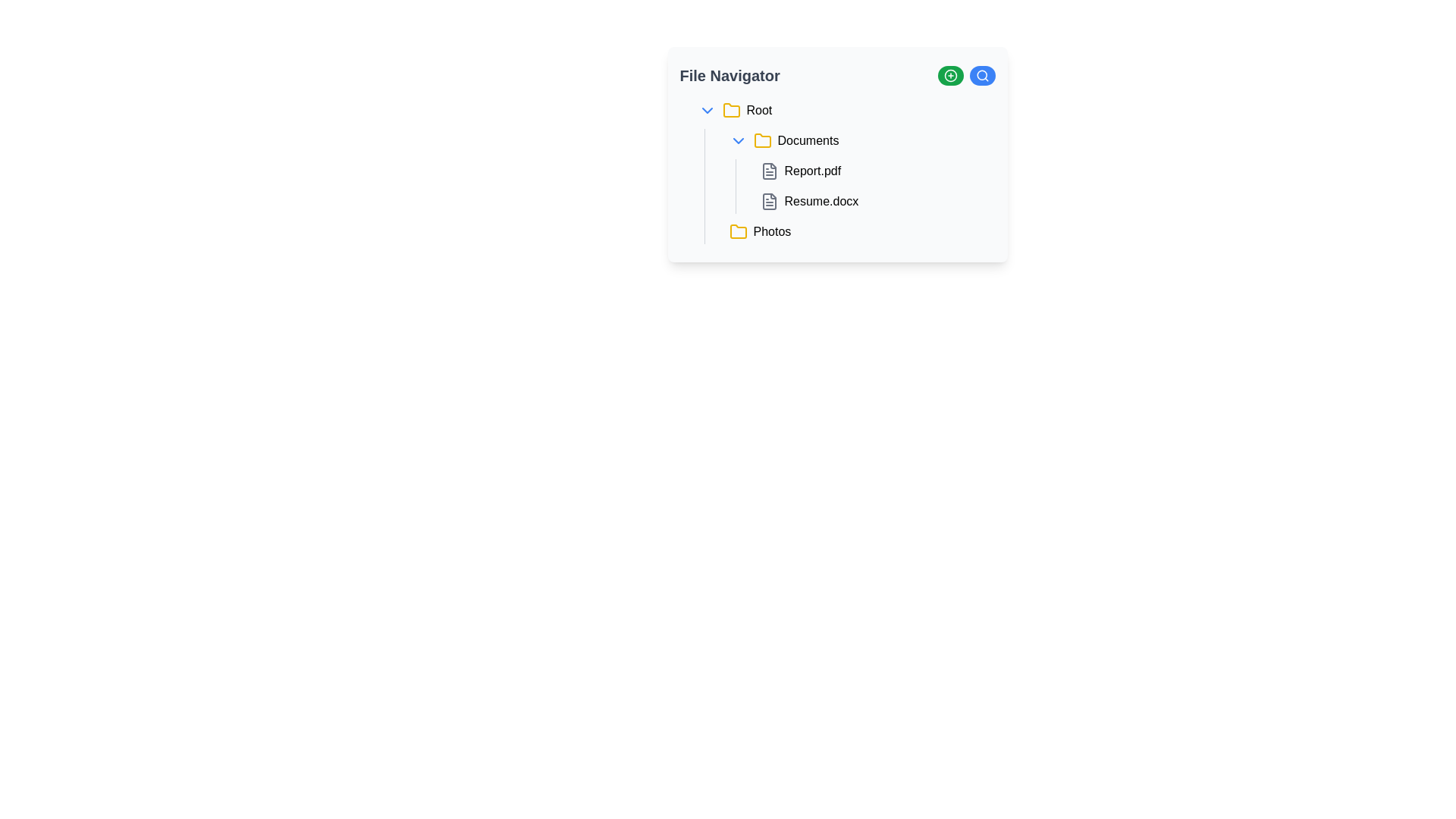  Describe the element at coordinates (982, 76) in the screenshot. I see `the search button located at the top right corner of the 'File Navigator' section, adjacent to a green rounded button with a plus icon` at that location.